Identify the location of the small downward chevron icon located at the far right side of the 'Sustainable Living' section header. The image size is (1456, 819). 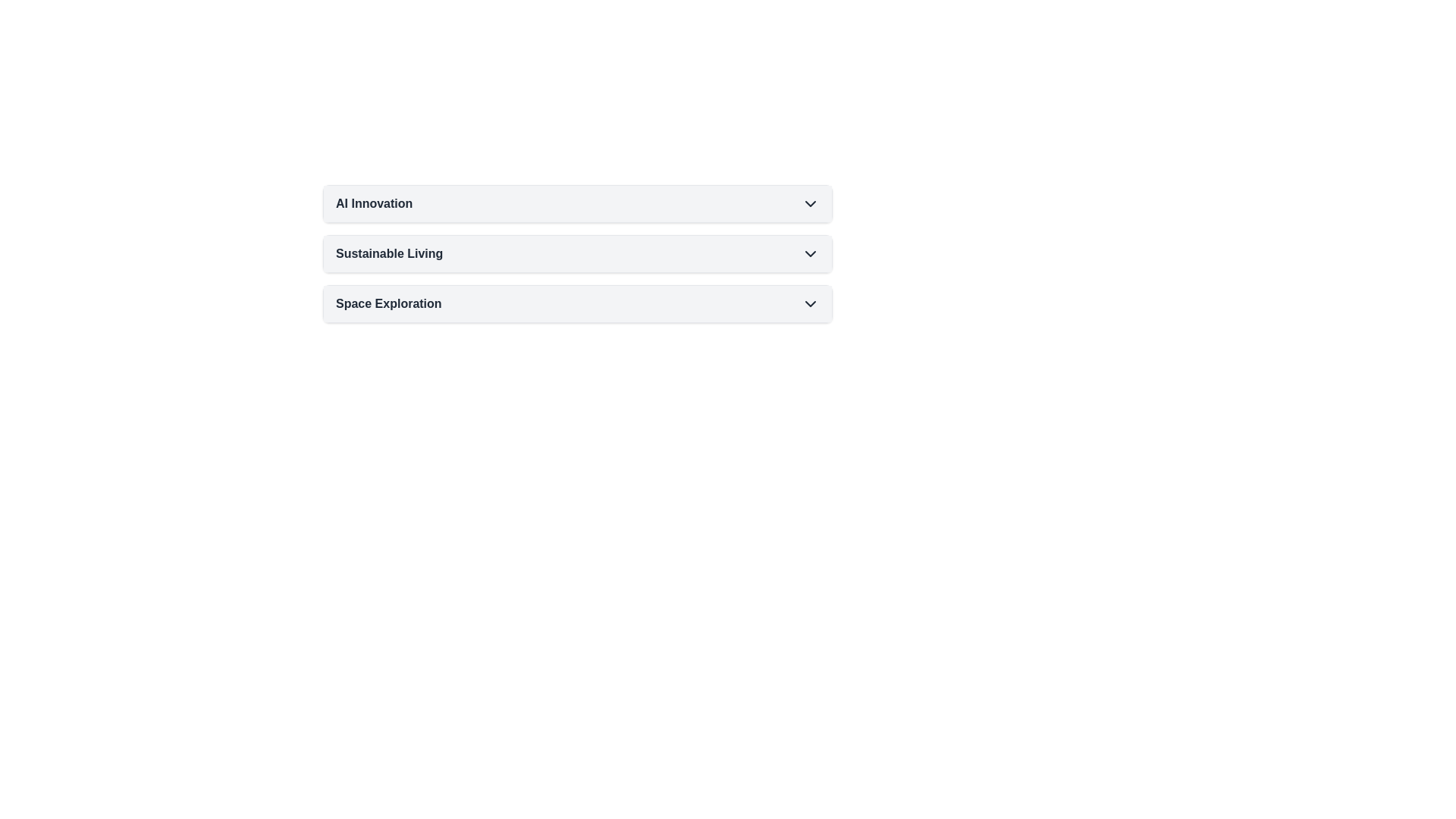
(810, 253).